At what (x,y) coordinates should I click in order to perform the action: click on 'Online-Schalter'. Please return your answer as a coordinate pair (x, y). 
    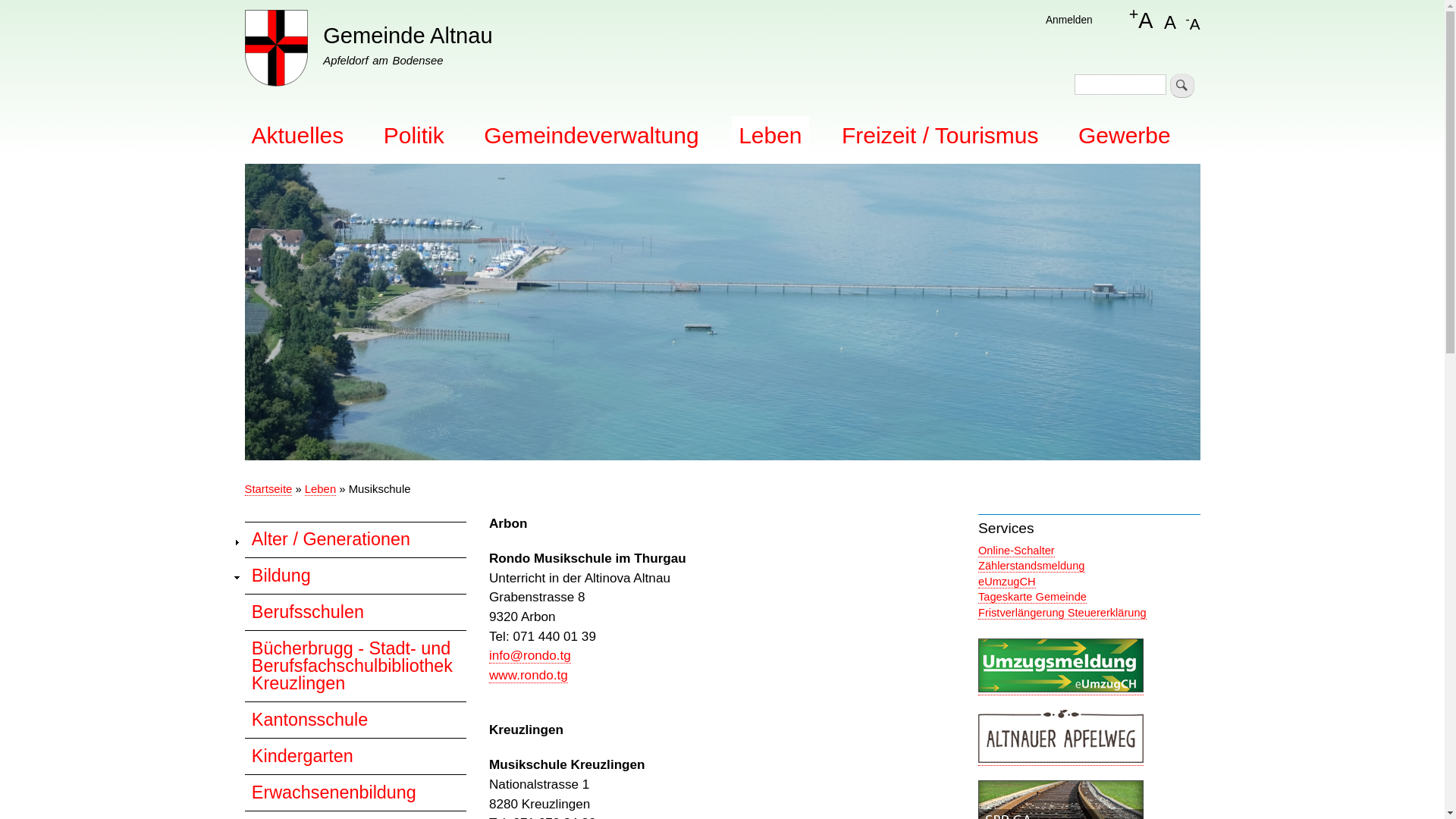
    Looking at the image, I should click on (1016, 551).